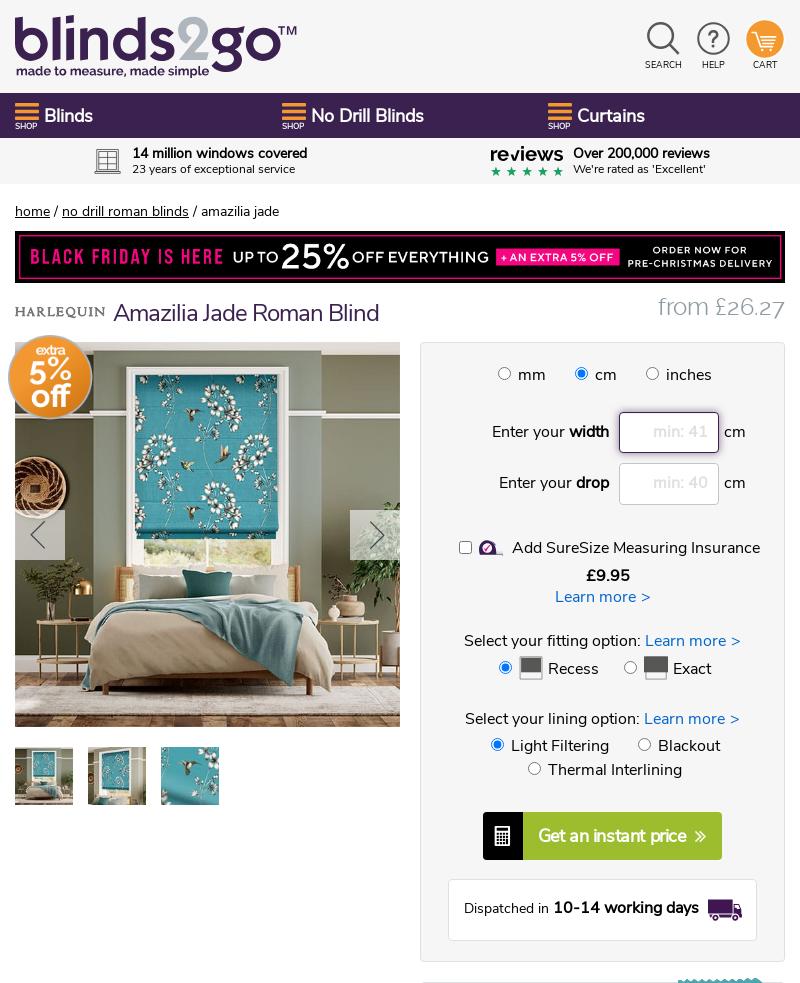 The height and width of the screenshot is (983, 800). Describe the element at coordinates (80, 961) in the screenshot. I see `'BACK TO TOP'` at that location.